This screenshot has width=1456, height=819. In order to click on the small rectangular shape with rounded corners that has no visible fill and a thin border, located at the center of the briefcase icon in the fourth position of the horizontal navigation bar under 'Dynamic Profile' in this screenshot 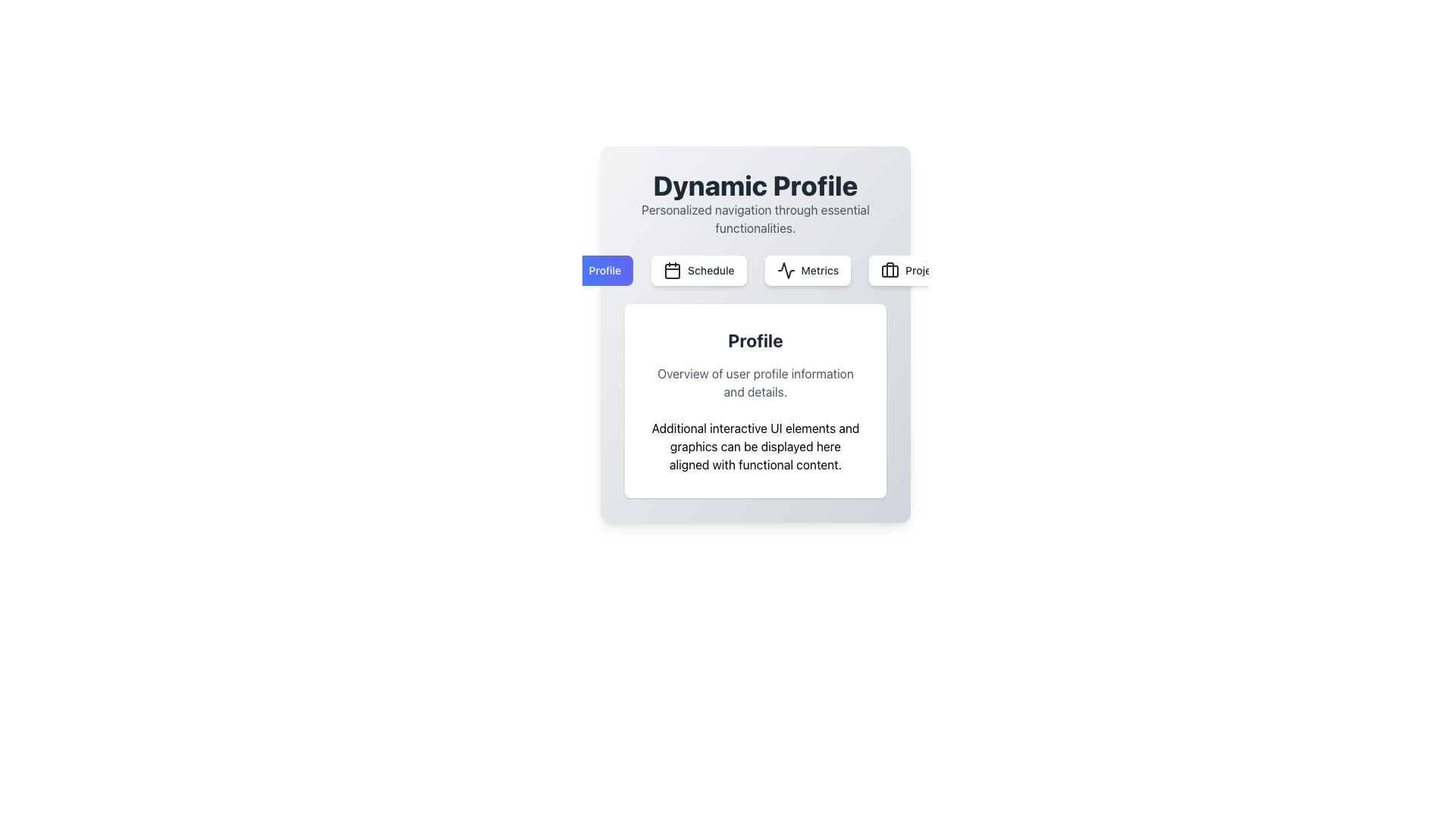, I will do `click(890, 271)`.